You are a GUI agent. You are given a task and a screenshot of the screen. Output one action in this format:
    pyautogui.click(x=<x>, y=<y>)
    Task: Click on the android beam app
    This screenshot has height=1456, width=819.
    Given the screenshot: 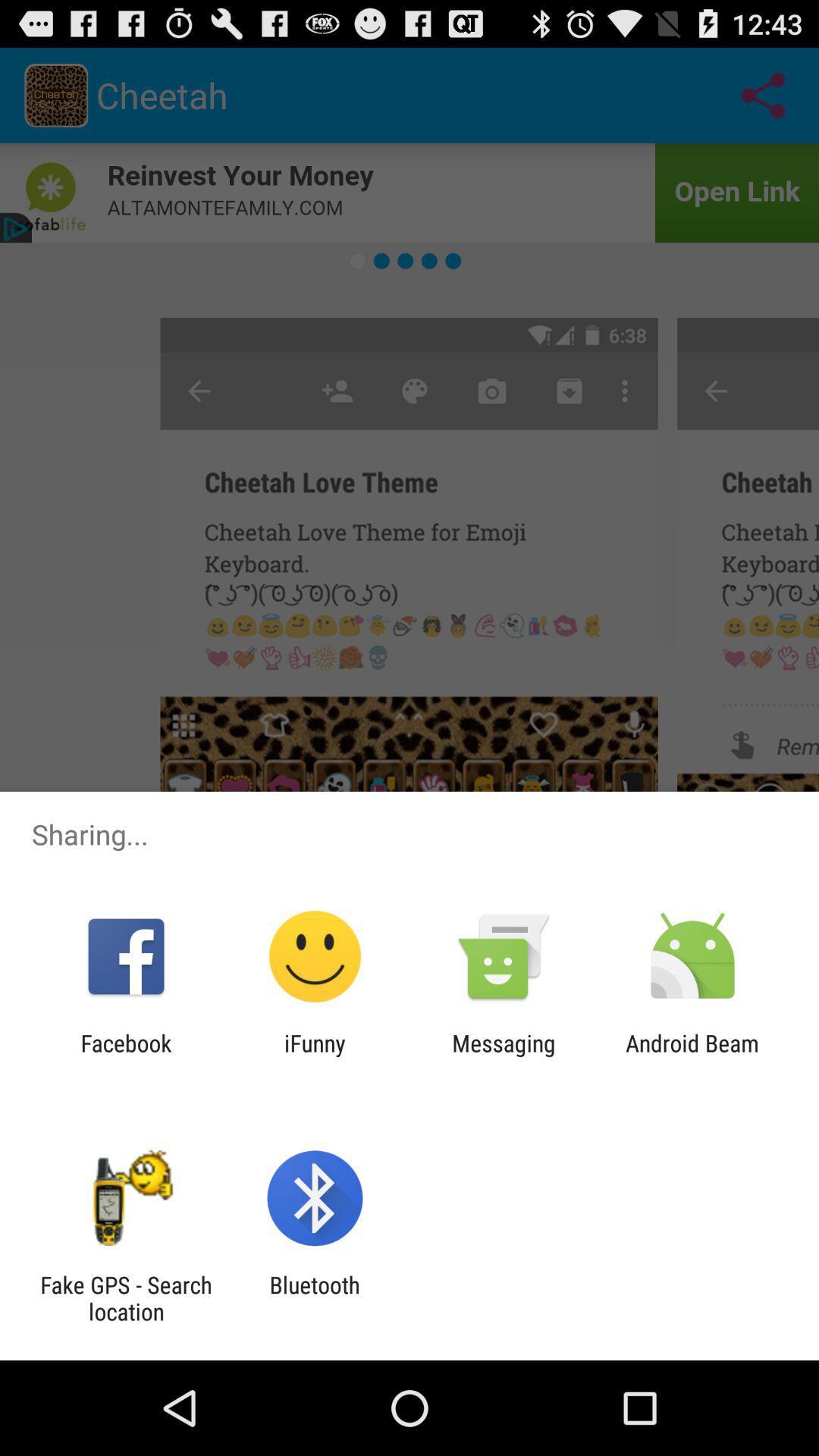 What is the action you would take?
    pyautogui.click(x=692, y=1056)
    